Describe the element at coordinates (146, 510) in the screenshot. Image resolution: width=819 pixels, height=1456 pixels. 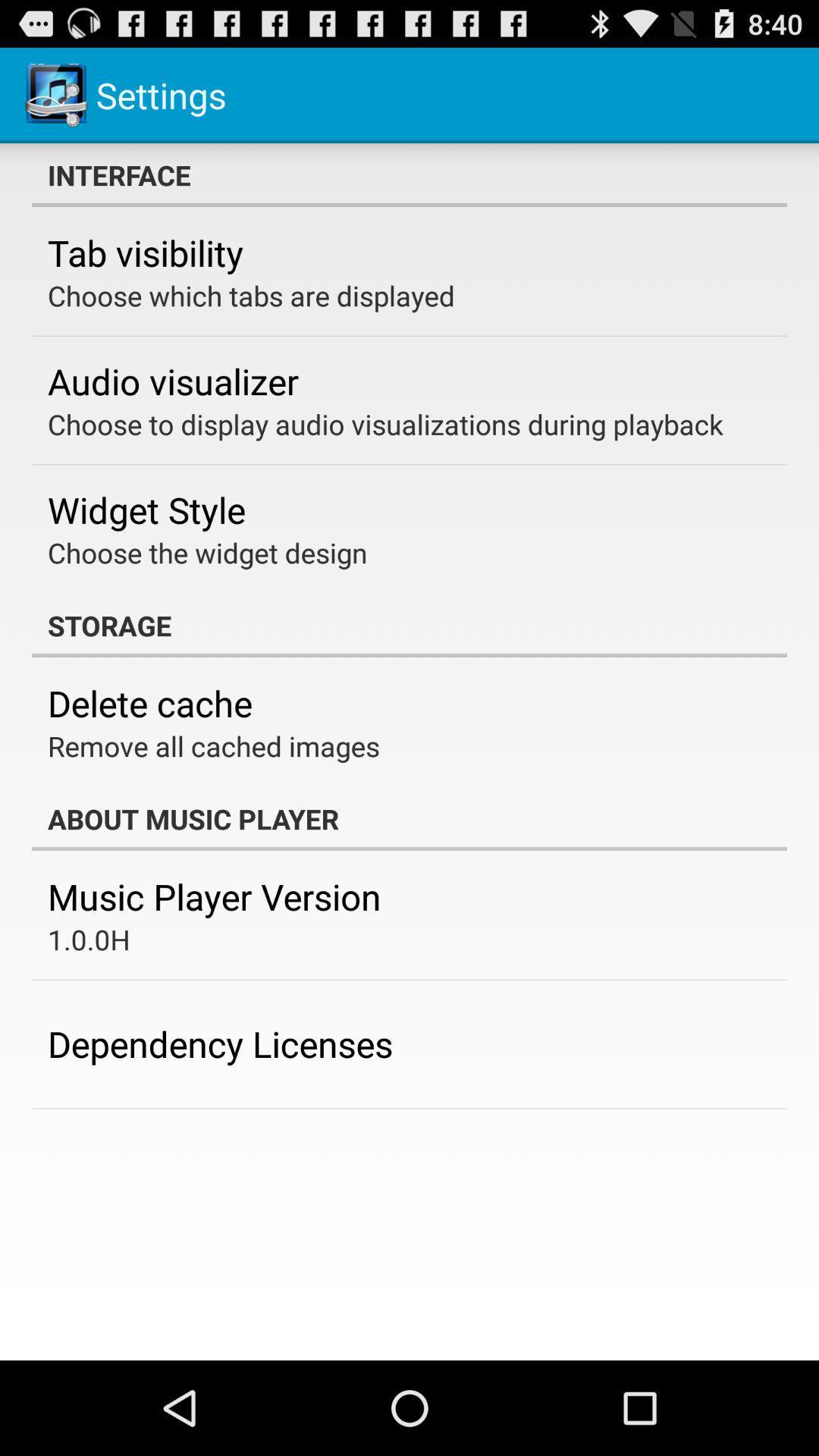
I see `item below choose to display item` at that location.